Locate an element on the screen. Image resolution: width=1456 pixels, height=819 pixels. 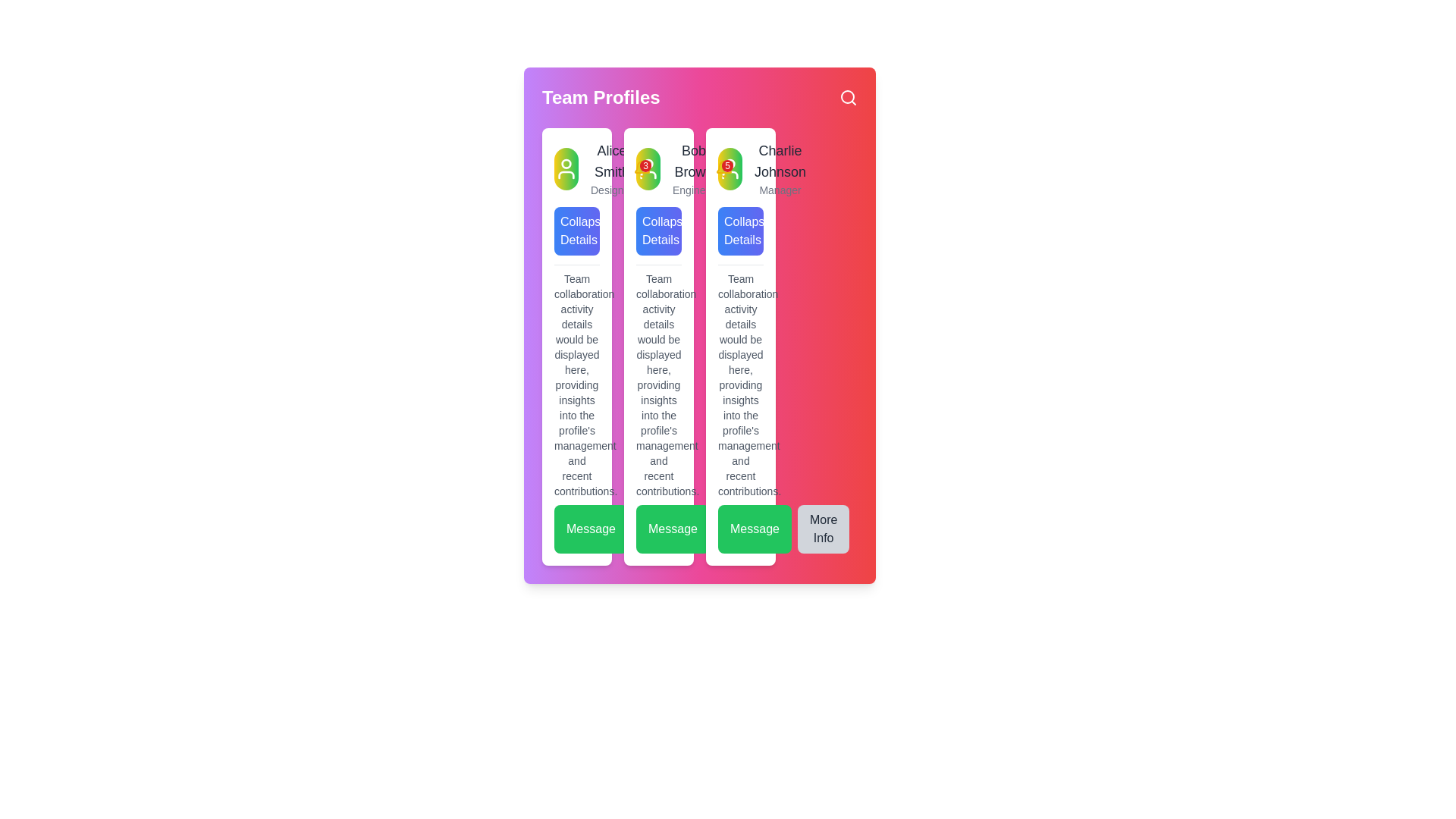
the circular avatar with a gradient background, featuring a white outline of a user's bust, located in the first profile card above the name 'Alice Smith' is located at coordinates (566, 169).